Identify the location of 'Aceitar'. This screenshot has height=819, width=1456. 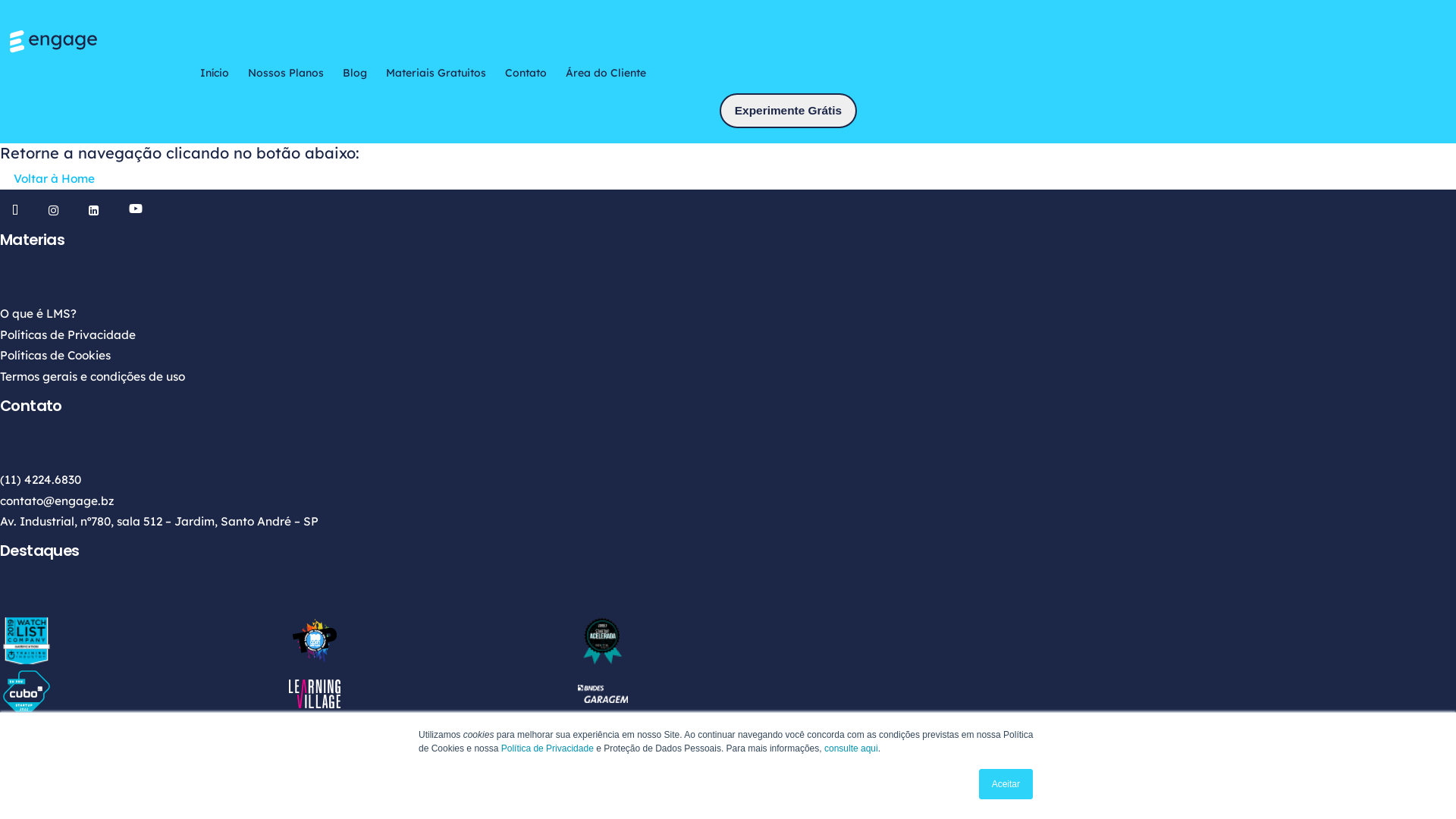
(1006, 783).